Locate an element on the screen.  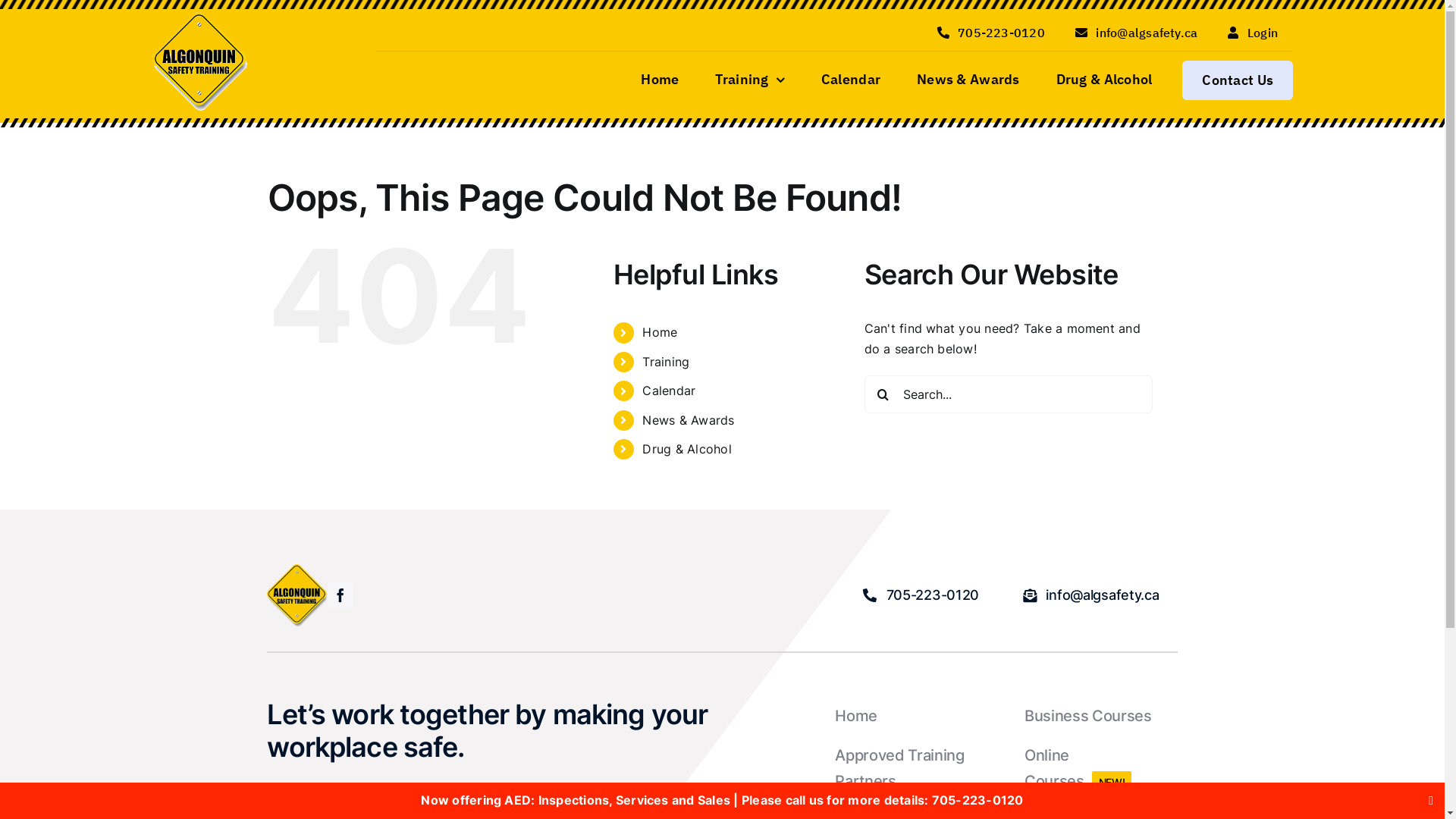
'Contact Us' is located at coordinates (1238, 80).